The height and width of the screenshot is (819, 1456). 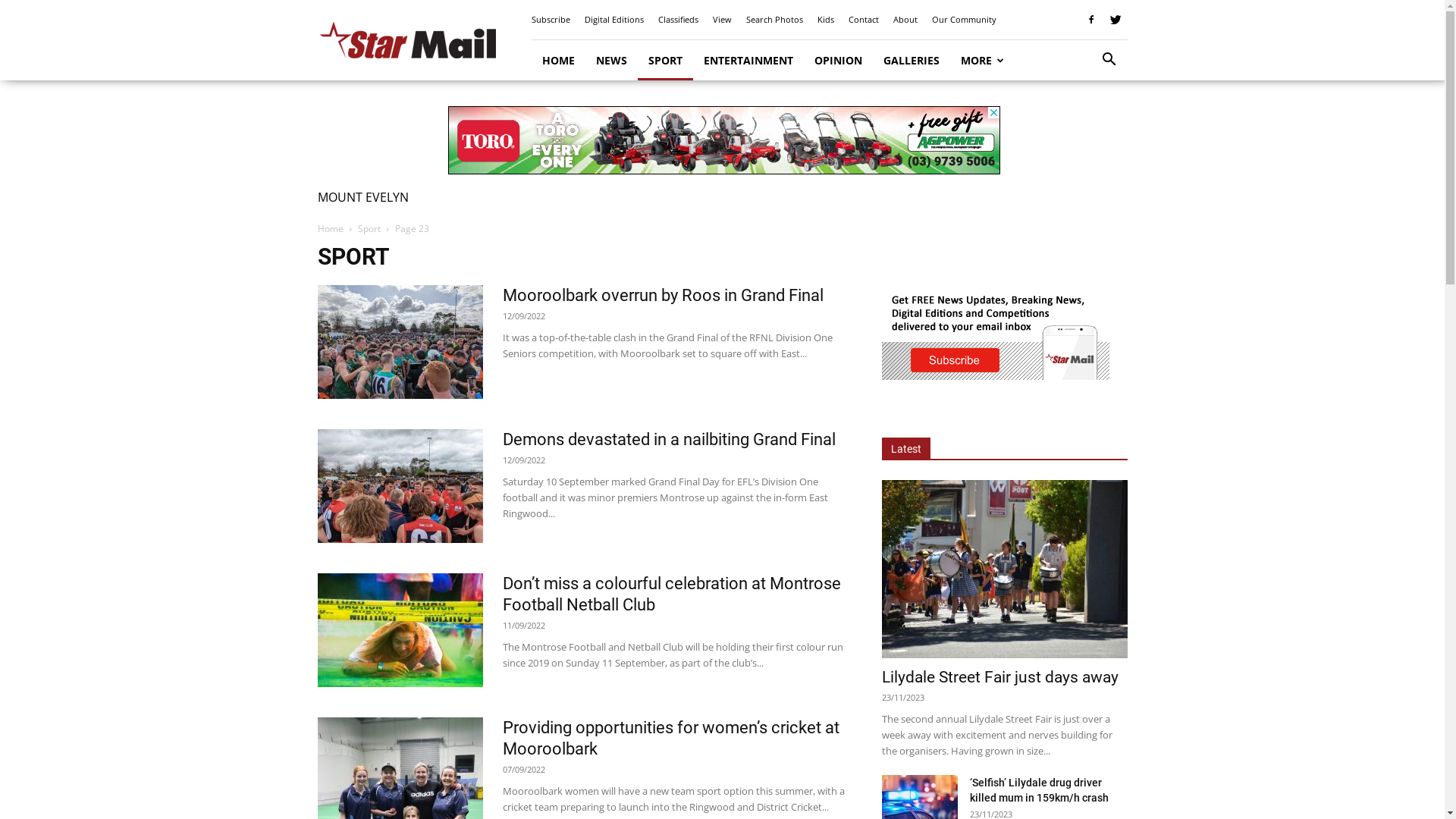 What do you see at coordinates (748, 59) in the screenshot?
I see `'ENTERTAINMENT'` at bounding box center [748, 59].